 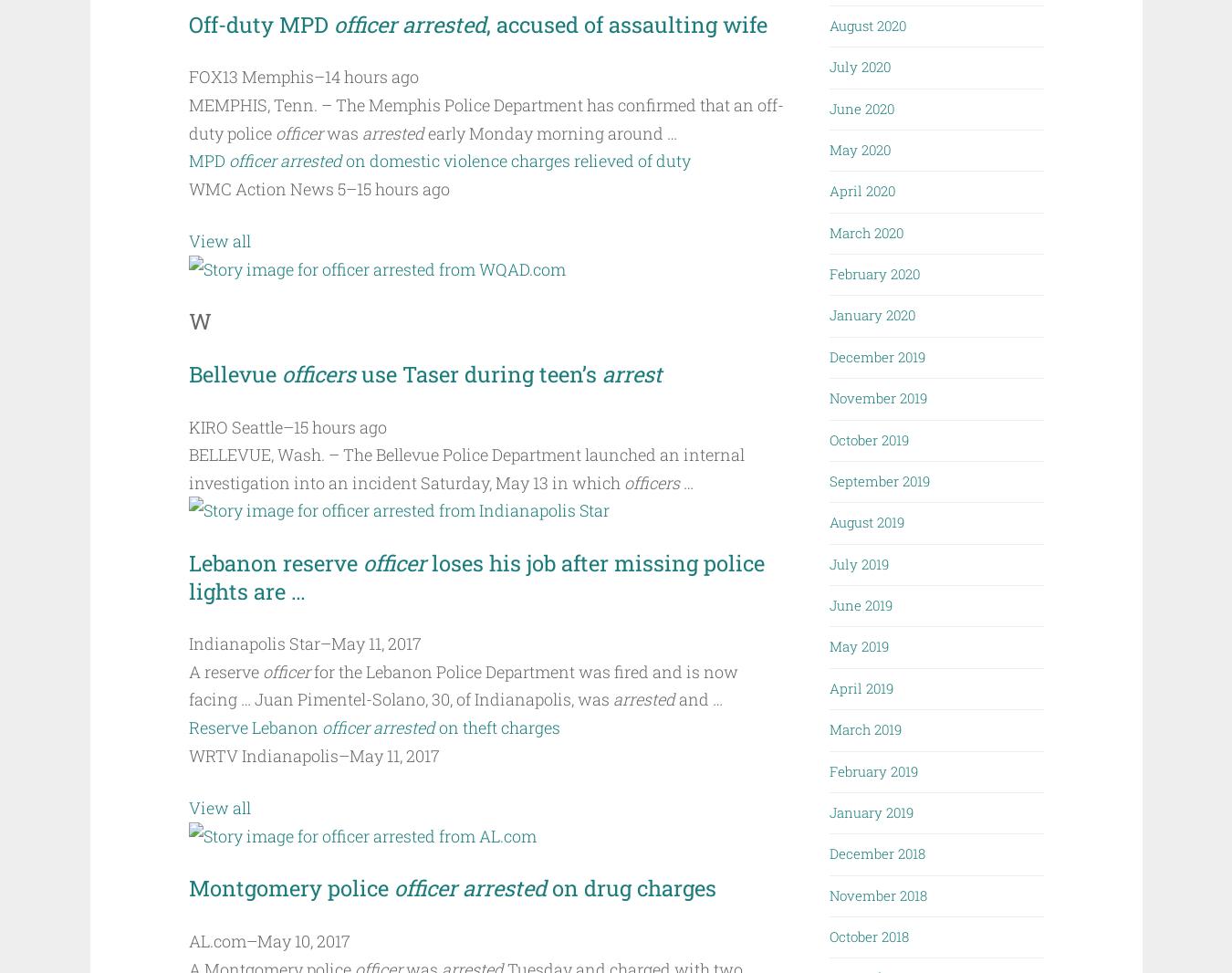 What do you see at coordinates (476, 576) in the screenshot?
I see `'loses his job after missing police lights are …'` at bounding box center [476, 576].